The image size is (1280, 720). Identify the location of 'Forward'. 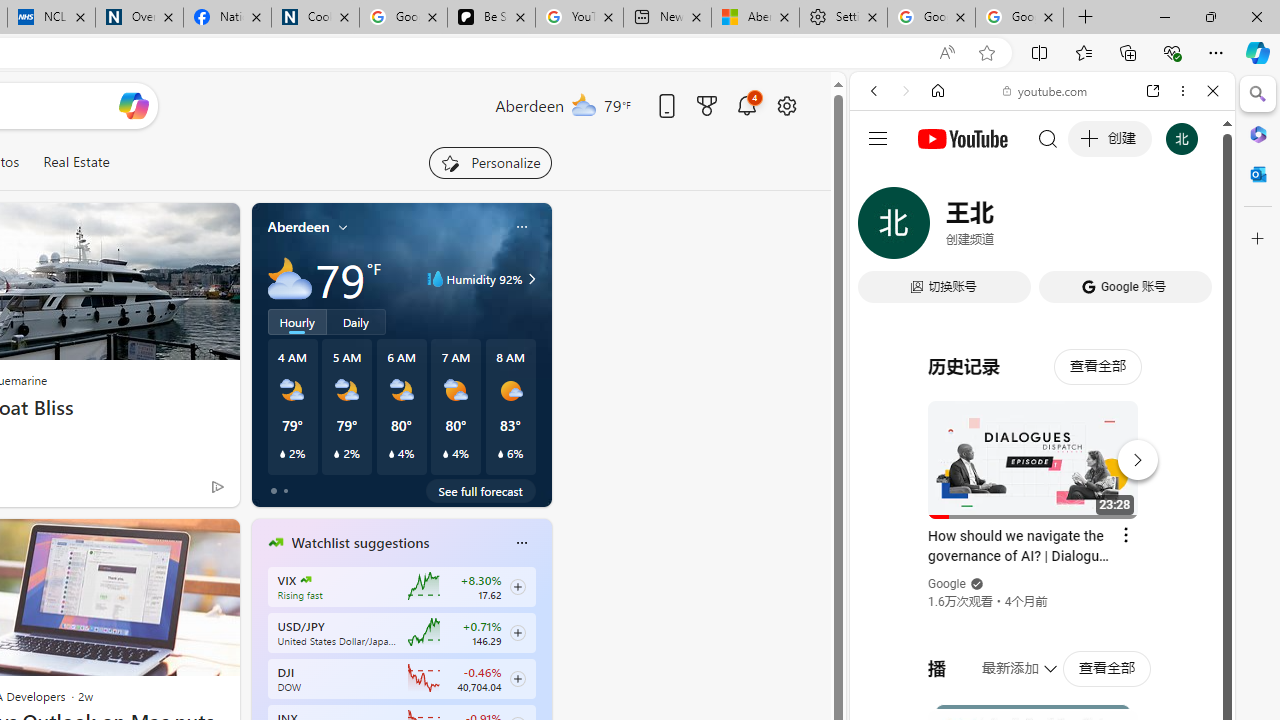
(905, 91).